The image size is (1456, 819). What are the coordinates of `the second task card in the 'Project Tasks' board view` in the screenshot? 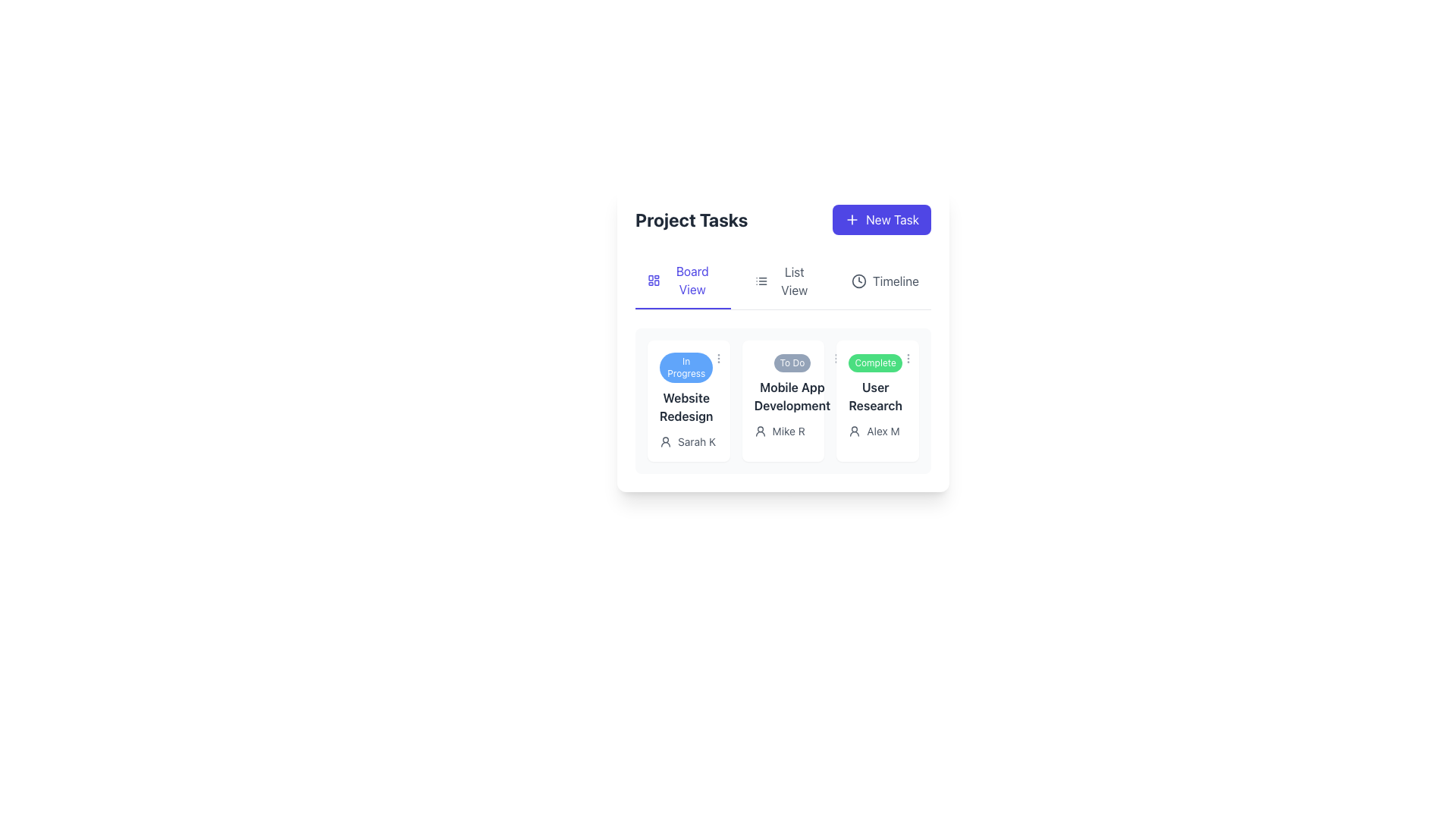 It's located at (783, 400).